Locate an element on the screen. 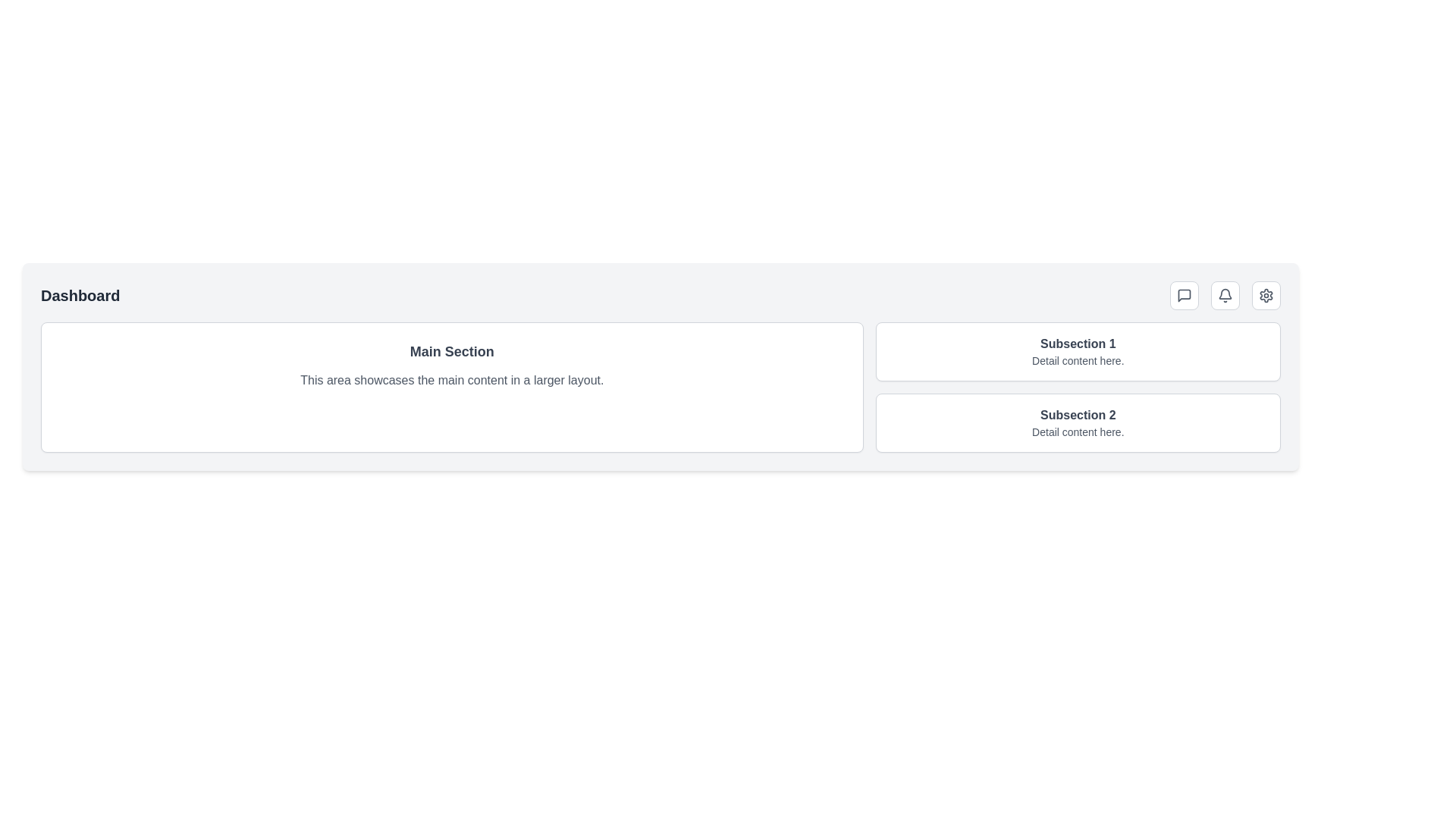  the bell icon located at the top-right of the interface is located at coordinates (1225, 295).